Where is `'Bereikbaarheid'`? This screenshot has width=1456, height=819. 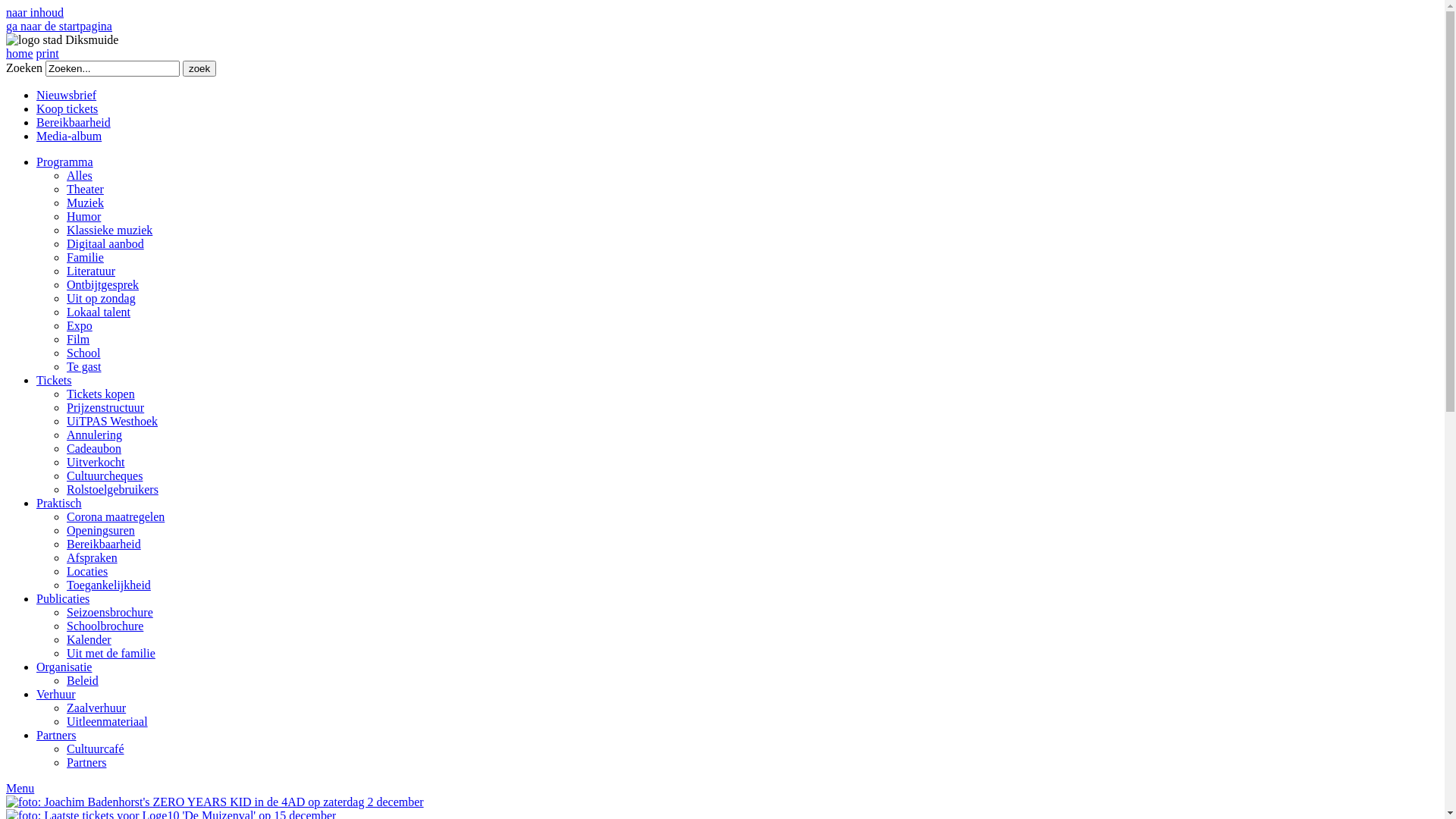 'Bereikbaarheid' is located at coordinates (72, 121).